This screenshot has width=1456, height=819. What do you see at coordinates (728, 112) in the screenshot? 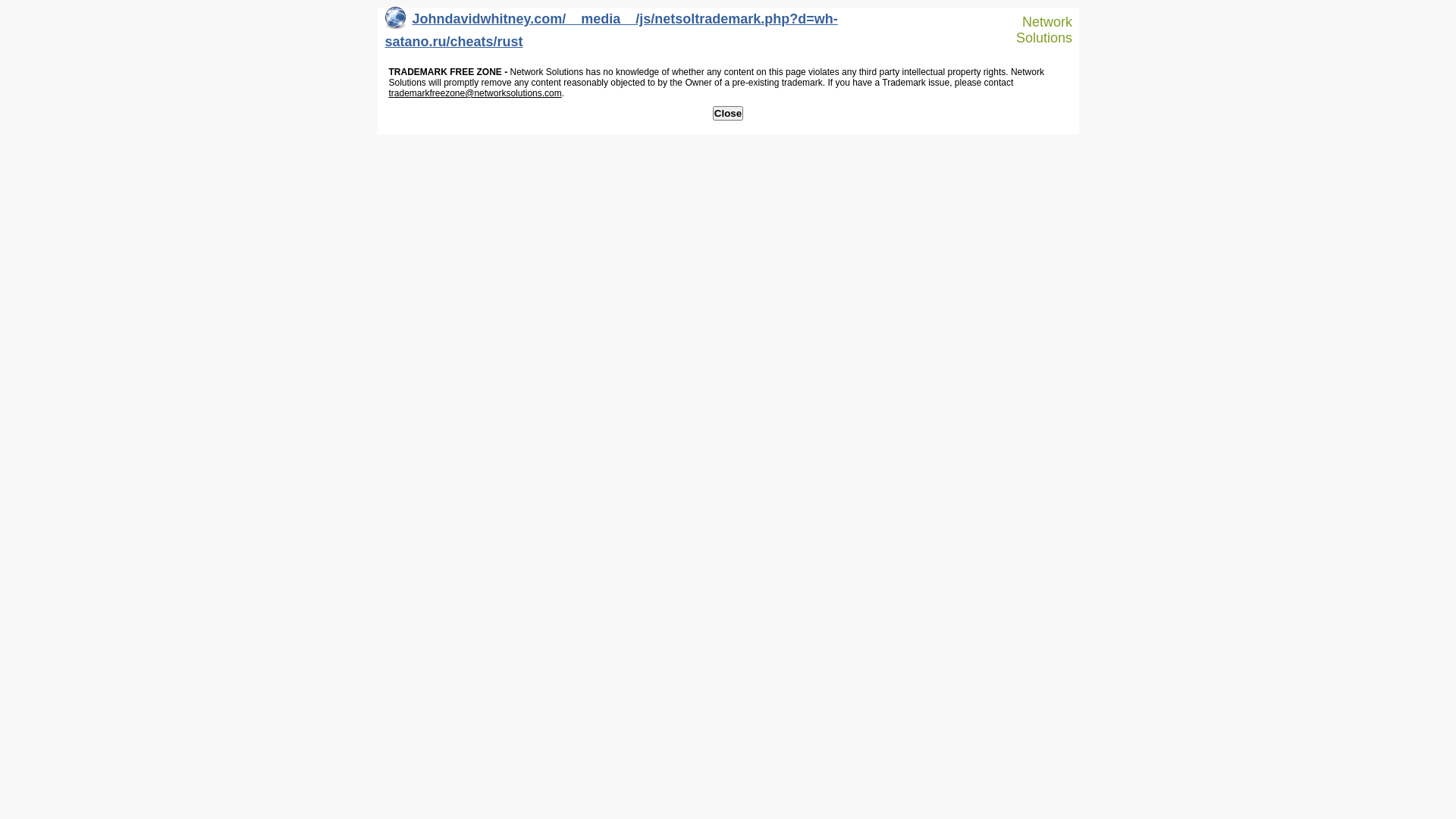
I see `'Close'` at bounding box center [728, 112].